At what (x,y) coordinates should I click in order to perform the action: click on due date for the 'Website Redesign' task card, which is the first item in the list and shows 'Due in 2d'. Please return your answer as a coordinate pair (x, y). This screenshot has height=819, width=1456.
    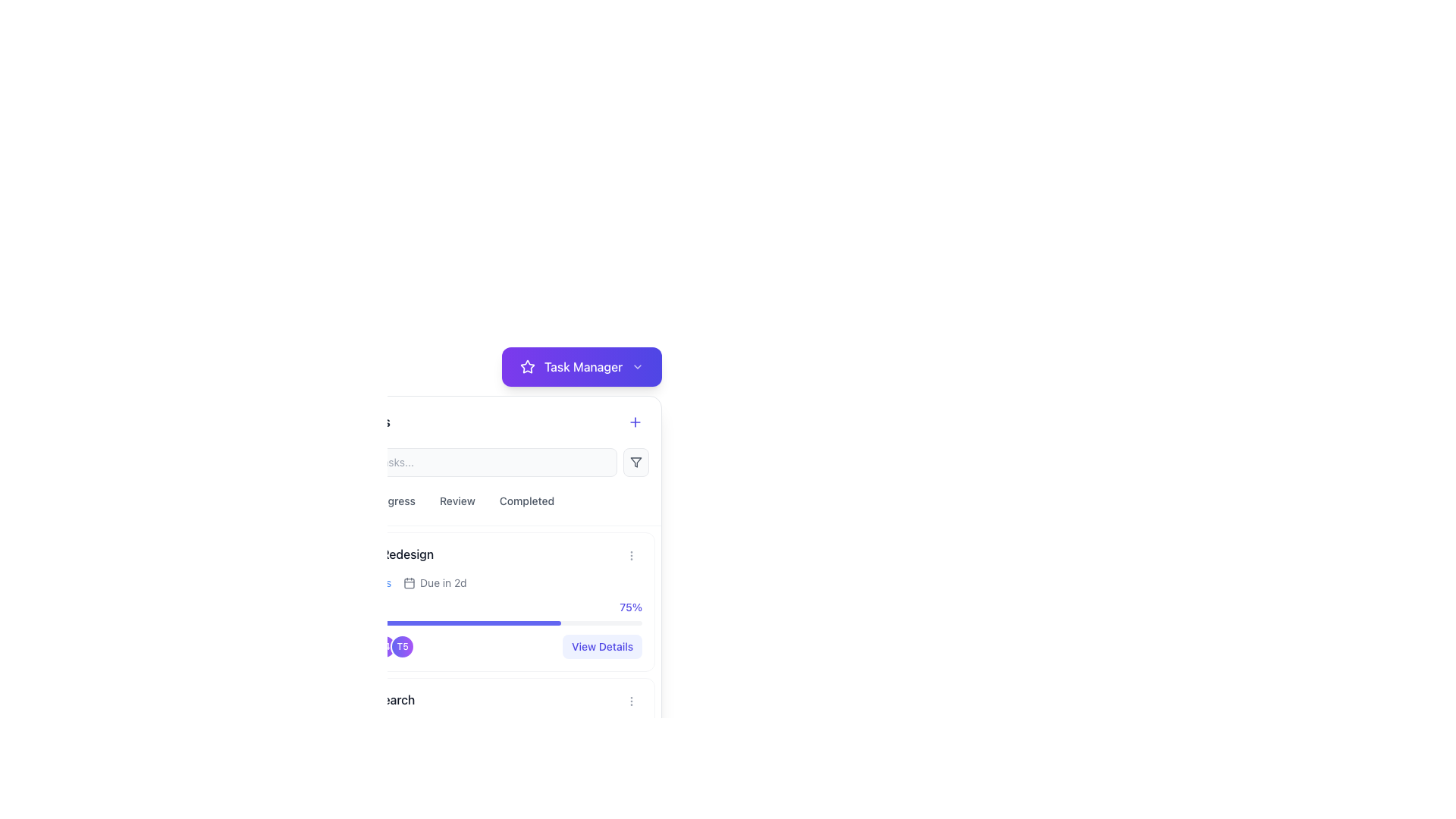
    Looking at the image, I should click on (479, 601).